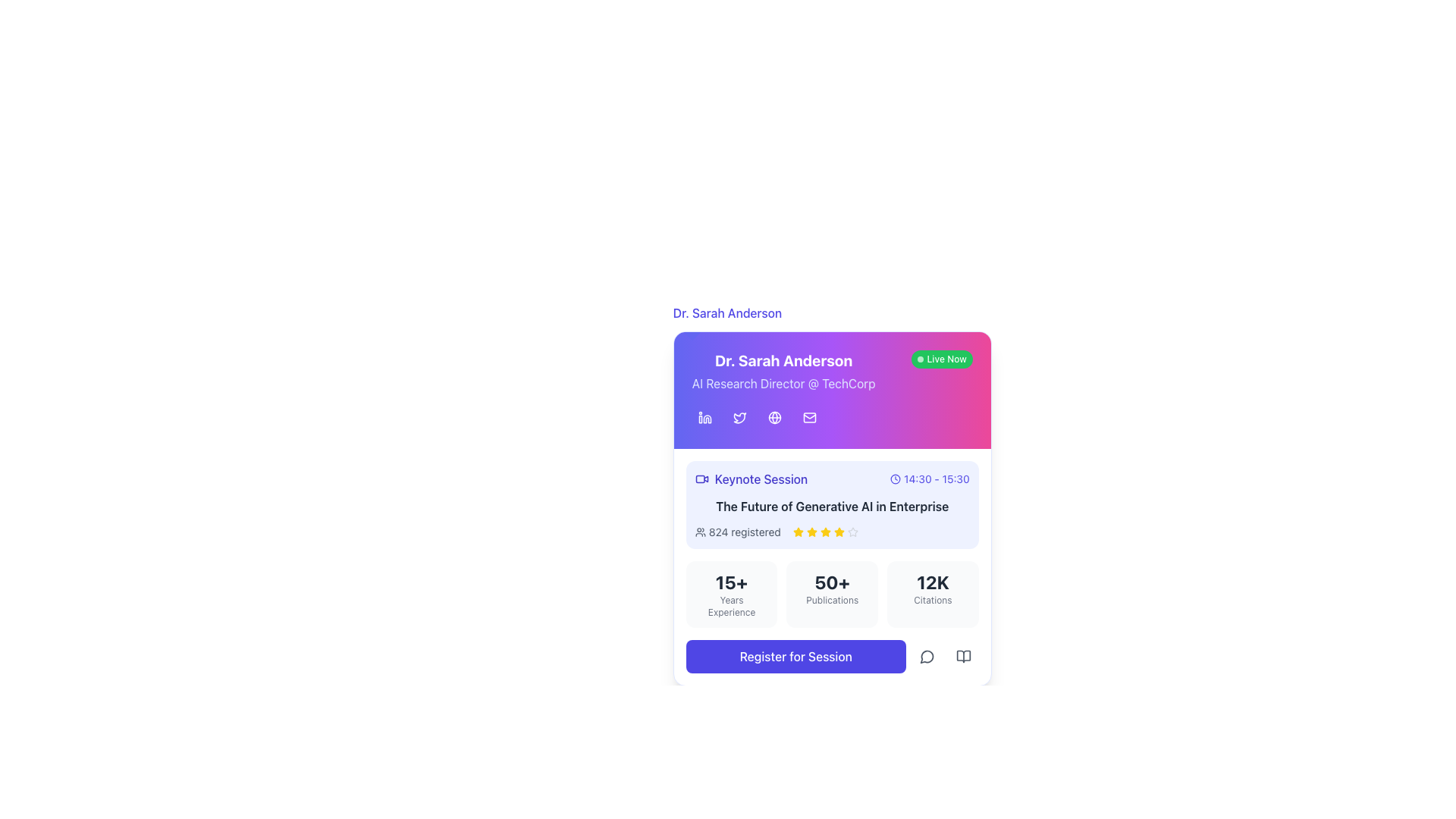 The width and height of the screenshot is (1456, 819). Describe the element at coordinates (962, 656) in the screenshot. I see `the open book icon button located at the bottom-right corner of the 'Register for Session' section` at that location.